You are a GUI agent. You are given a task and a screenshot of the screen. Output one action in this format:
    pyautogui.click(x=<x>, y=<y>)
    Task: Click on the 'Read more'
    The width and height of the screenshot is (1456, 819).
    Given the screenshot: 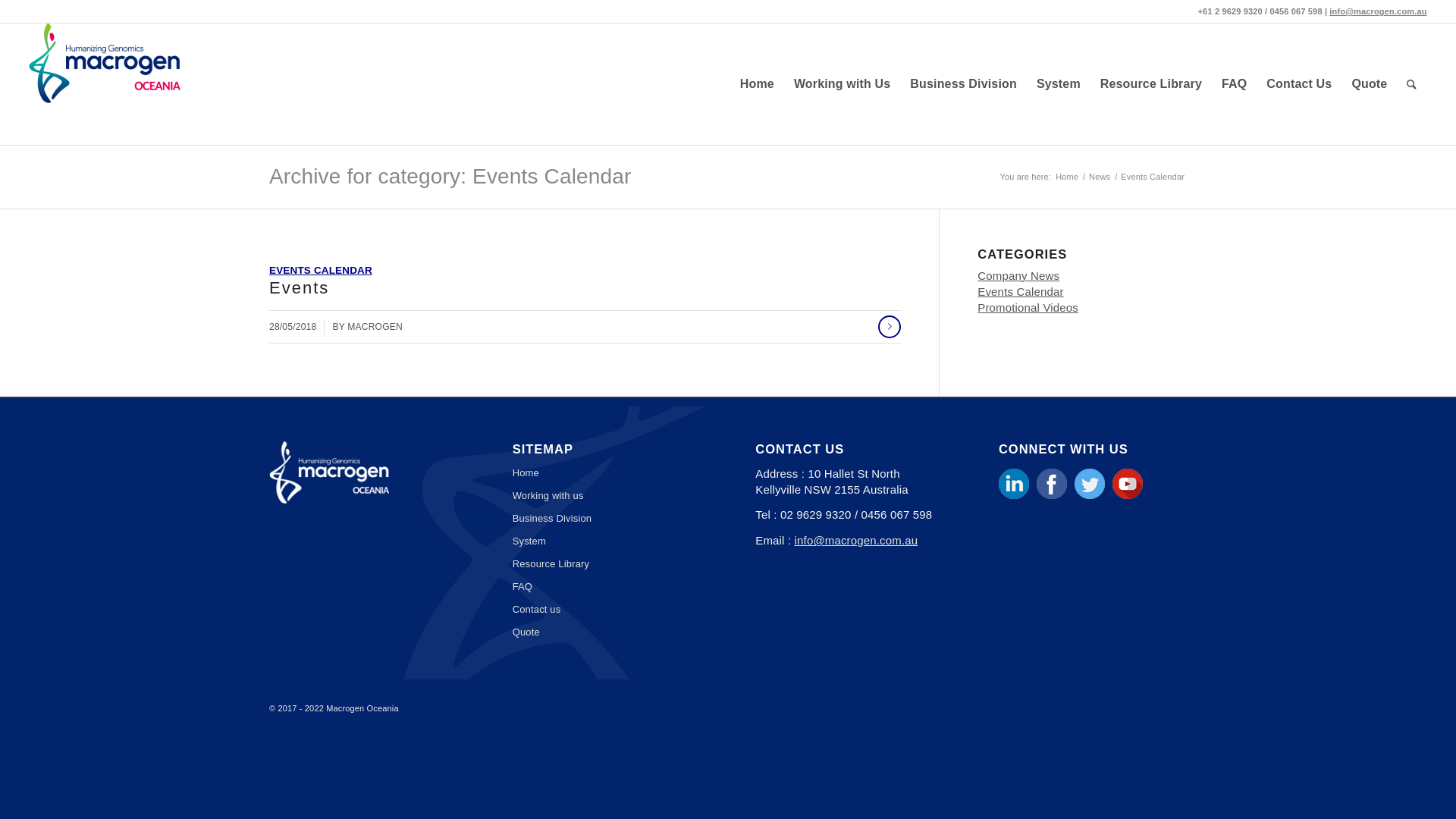 What is the action you would take?
    pyautogui.click(x=877, y=326)
    